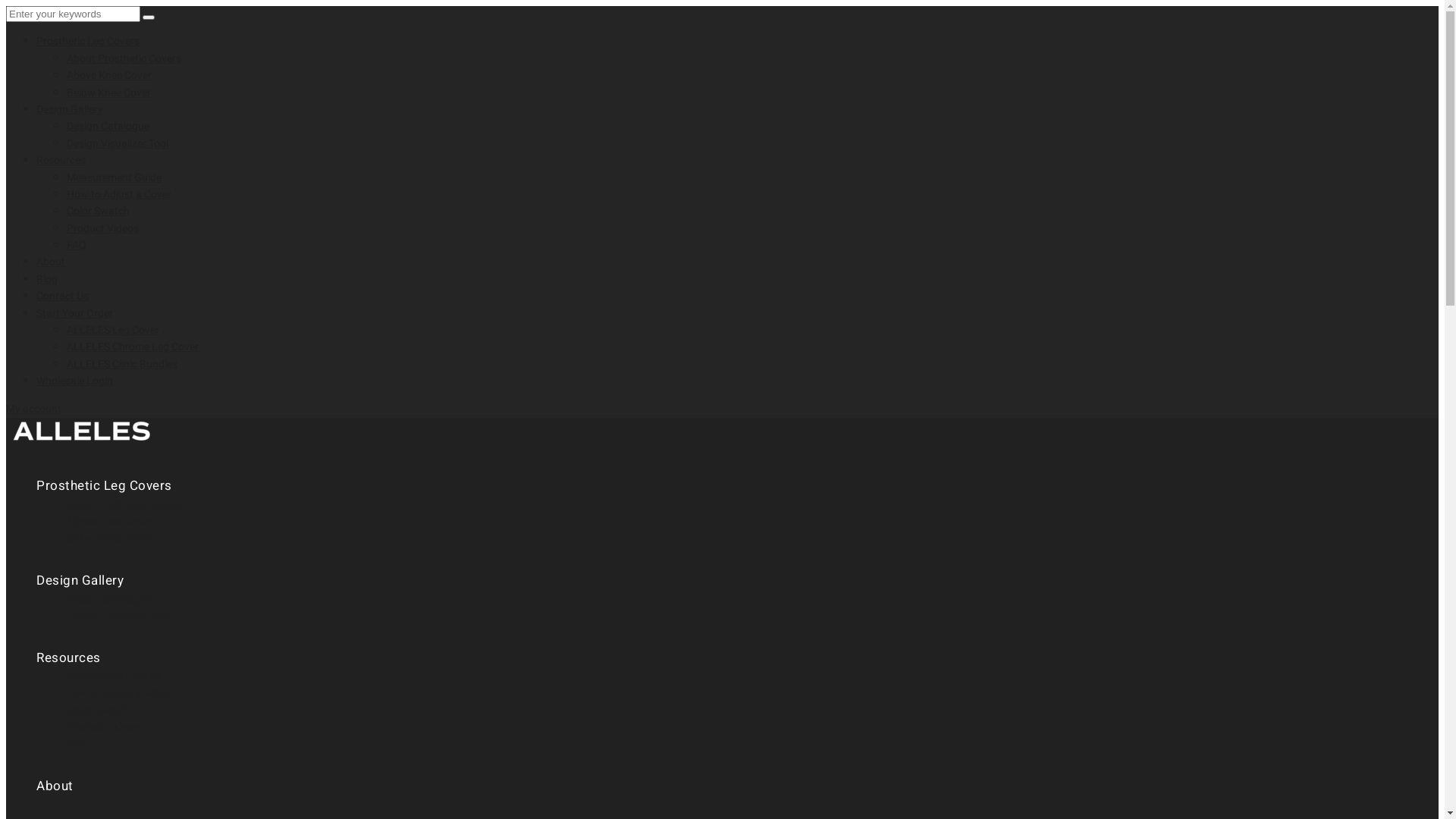  I want to click on 'Above Knee Cover', so click(108, 75).